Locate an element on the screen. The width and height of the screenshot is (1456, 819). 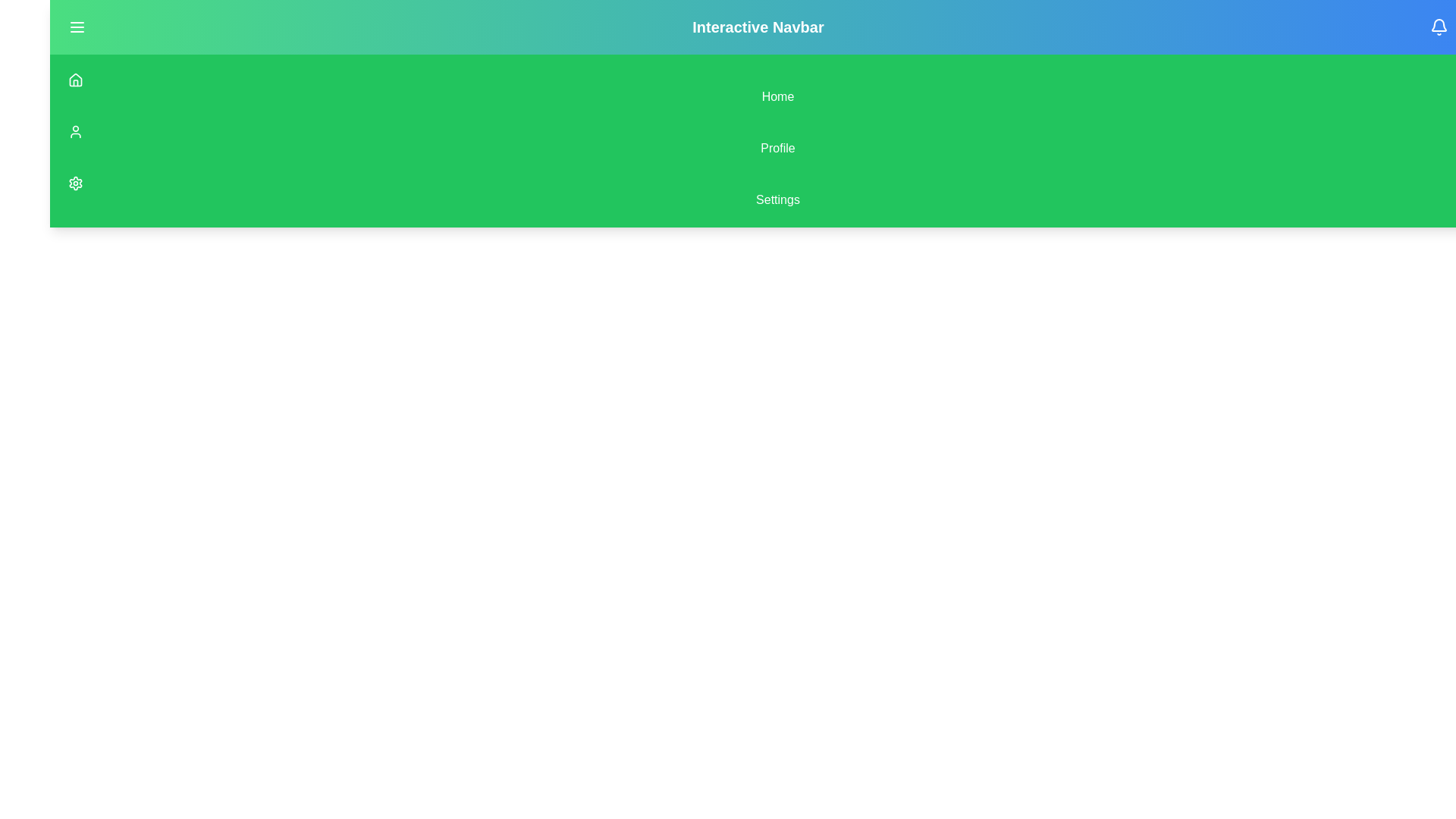
the settings gear icon button with a green background and white stroke, located in the vertically aligned navigation menu is located at coordinates (75, 183).